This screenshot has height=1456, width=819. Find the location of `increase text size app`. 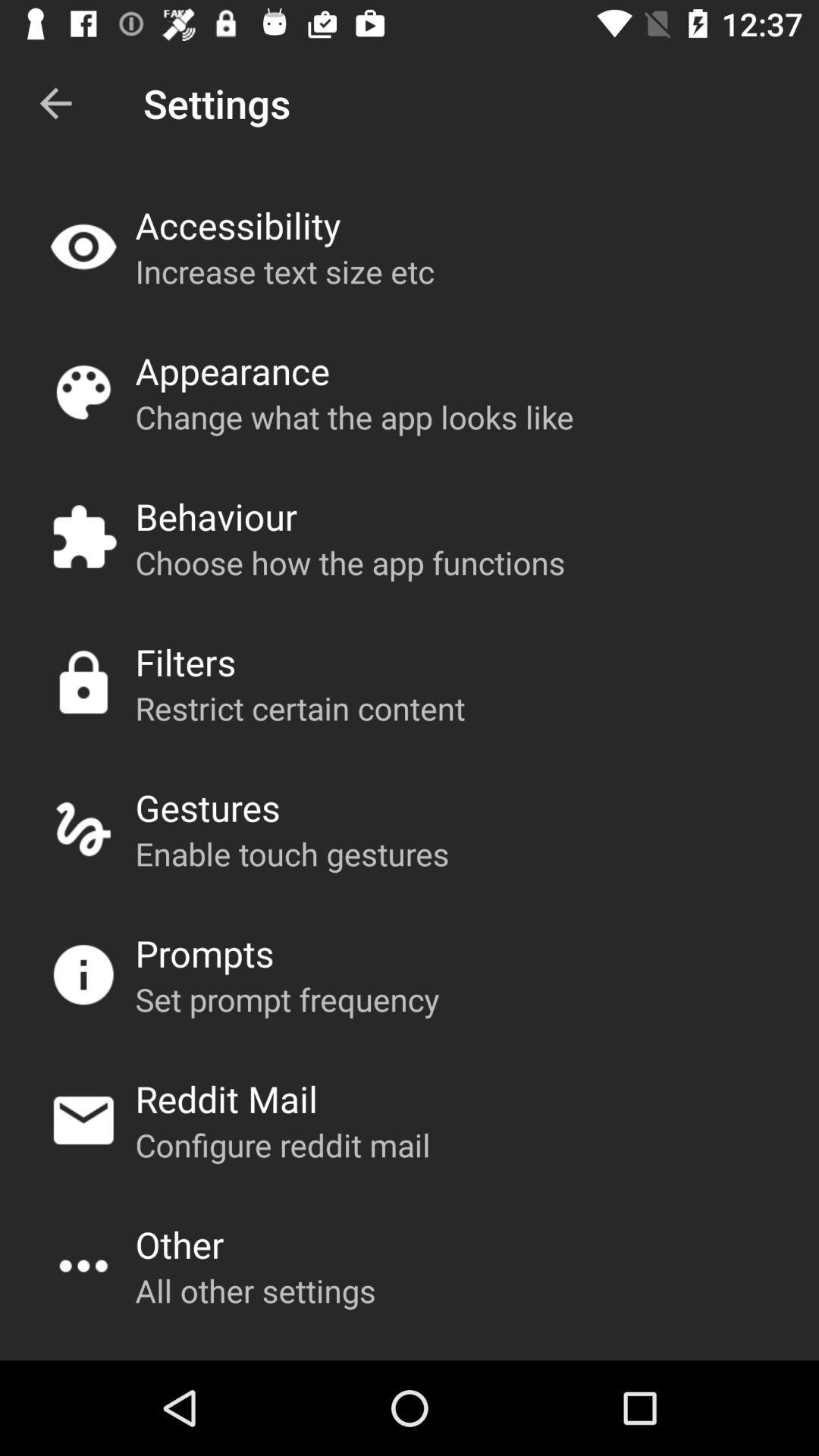

increase text size app is located at coordinates (284, 271).